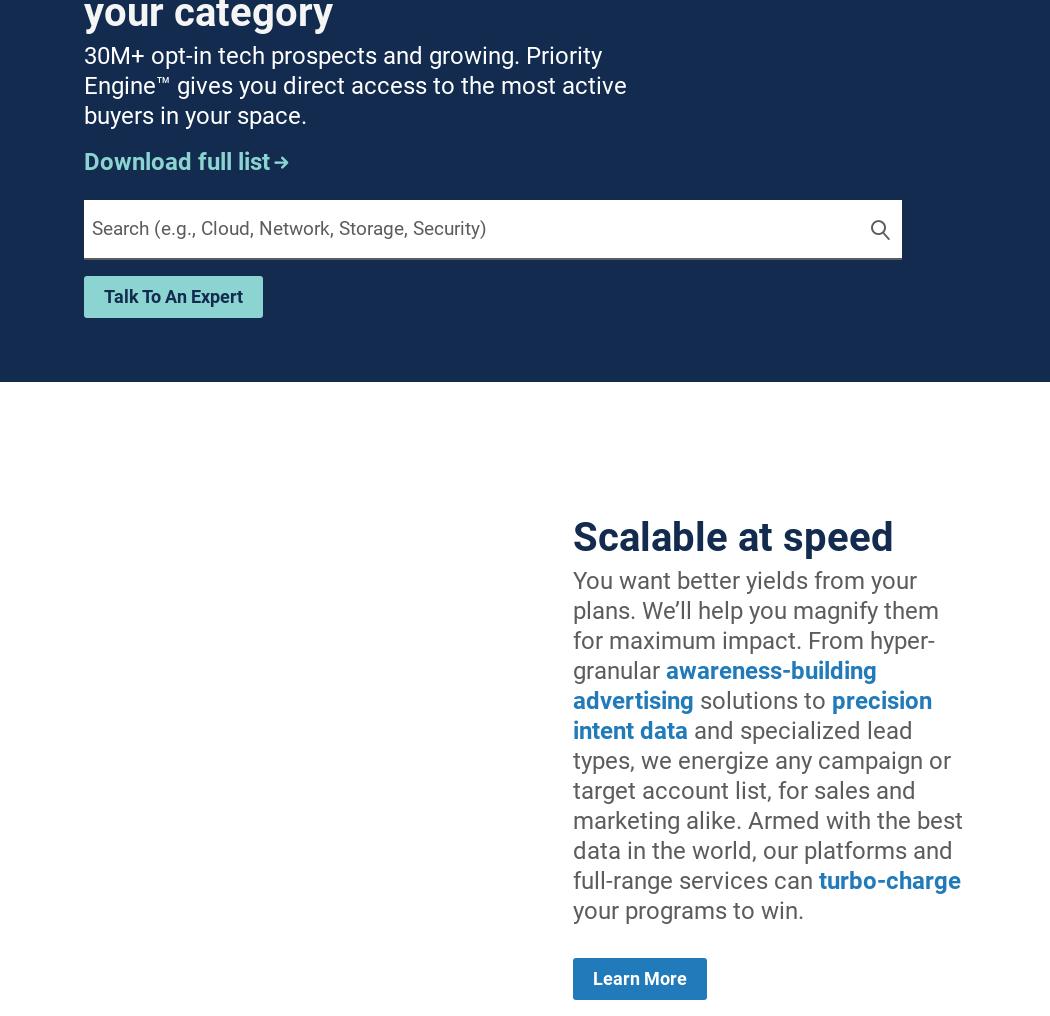  I want to click on 'You want better yields from your plans. We’ll help you magnify them for maximum impact. From hyper-granular', so click(756, 625).